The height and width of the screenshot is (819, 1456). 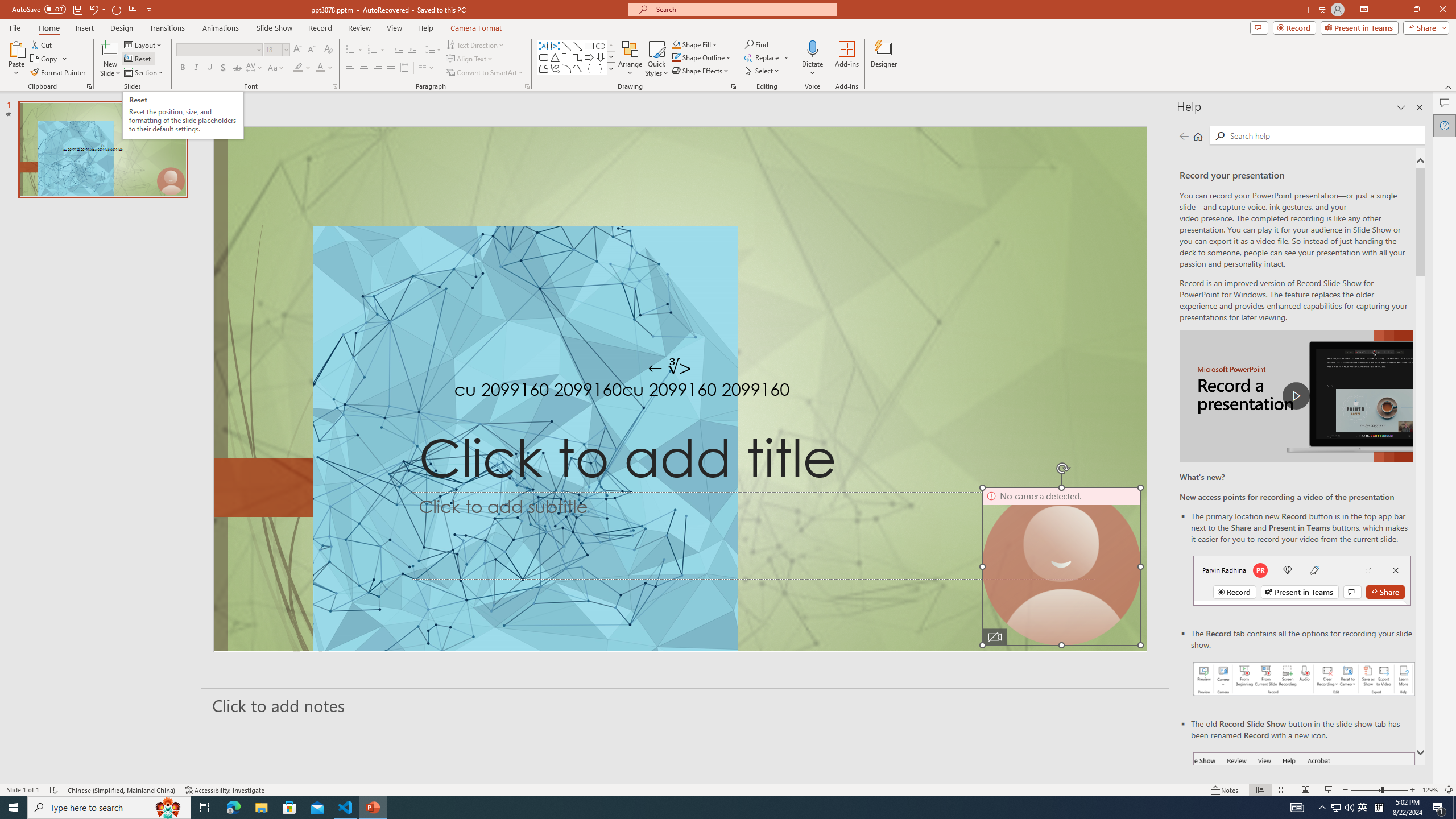 What do you see at coordinates (377, 49) in the screenshot?
I see `'Numbering'` at bounding box center [377, 49].